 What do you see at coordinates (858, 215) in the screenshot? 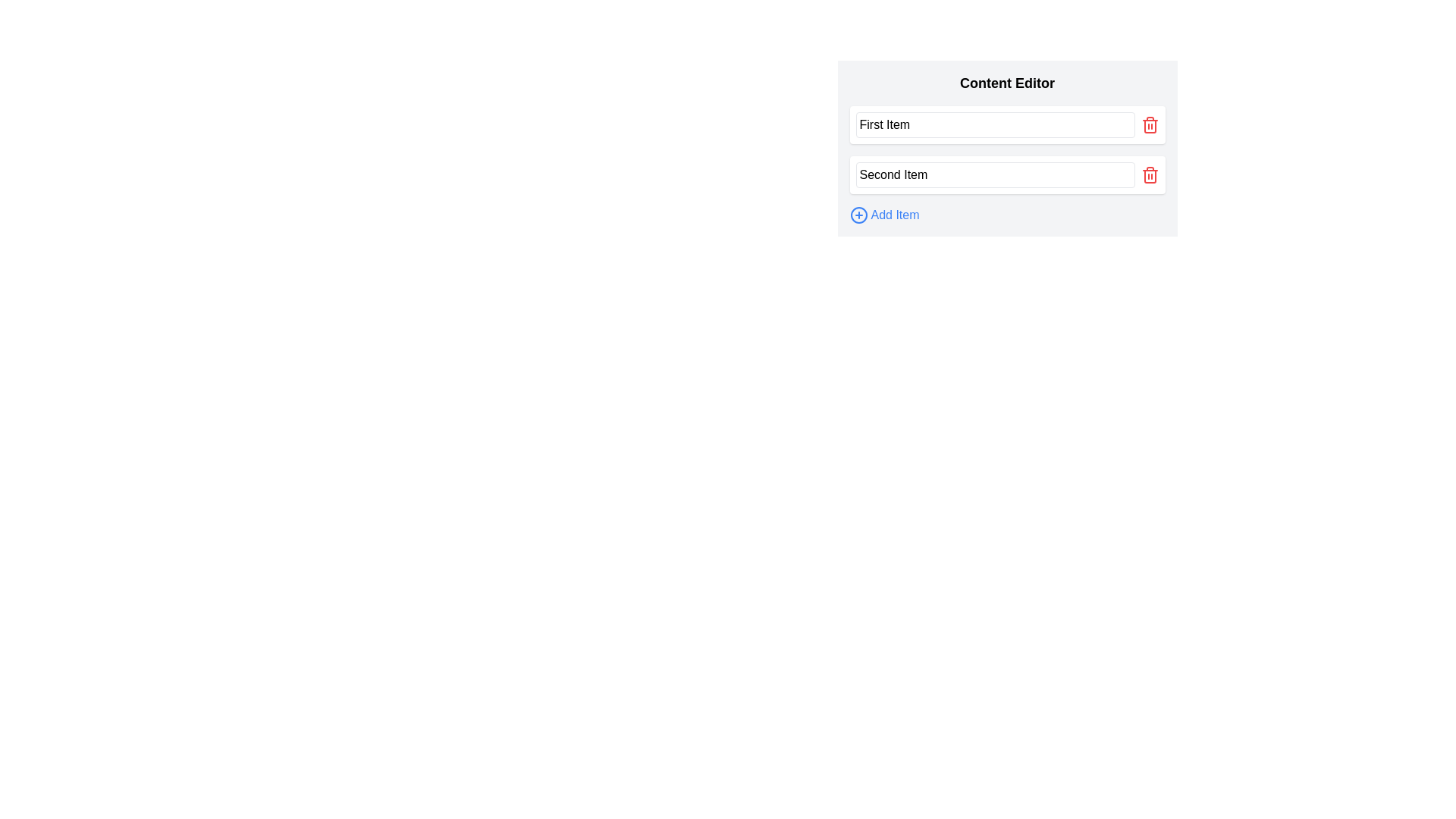
I see `the circular icon with a blue outline and a cross symbol indicating addition, located to the left of the 'Add Item' text` at bounding box center [858, 215].